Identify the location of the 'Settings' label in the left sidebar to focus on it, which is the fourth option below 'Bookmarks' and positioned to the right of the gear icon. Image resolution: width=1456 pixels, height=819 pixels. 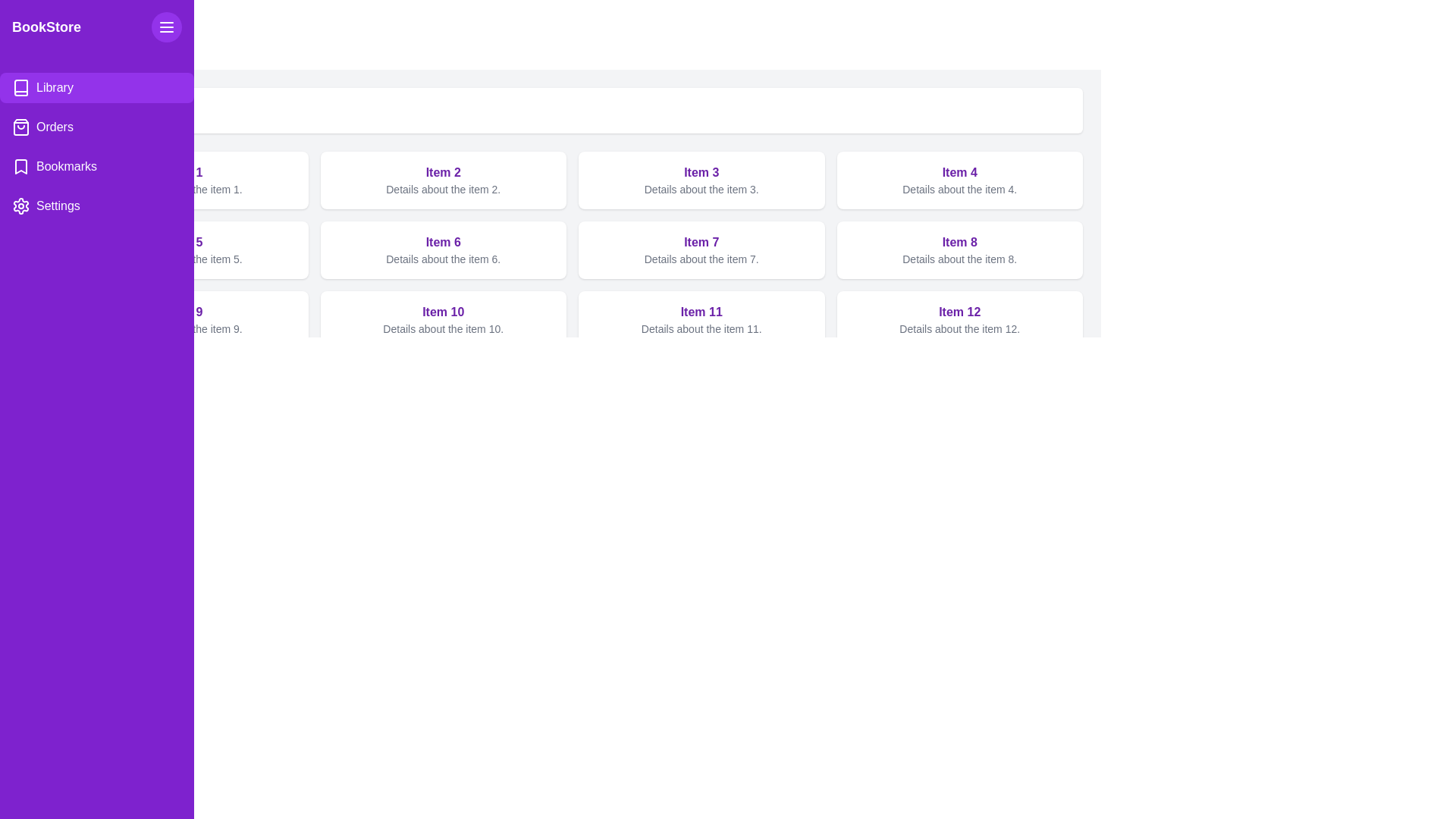
(58, 206).